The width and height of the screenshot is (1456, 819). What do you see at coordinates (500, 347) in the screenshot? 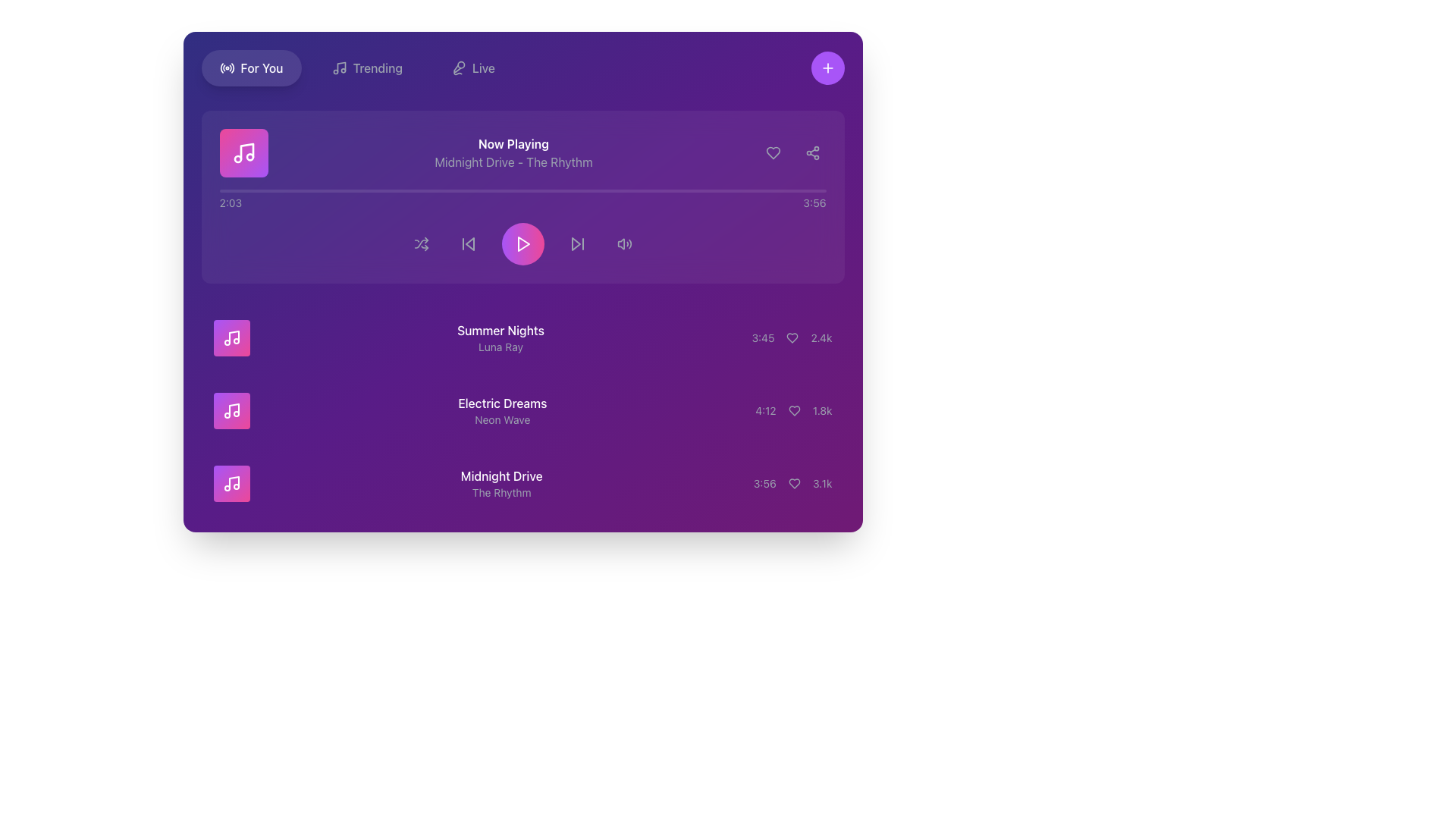
I see `the Text Label displaying 'Luna Ray', which is aligned within a list structure below 'Summer Nights' and has a gray color on a purple gradient background` at bounding box center [500, 347].